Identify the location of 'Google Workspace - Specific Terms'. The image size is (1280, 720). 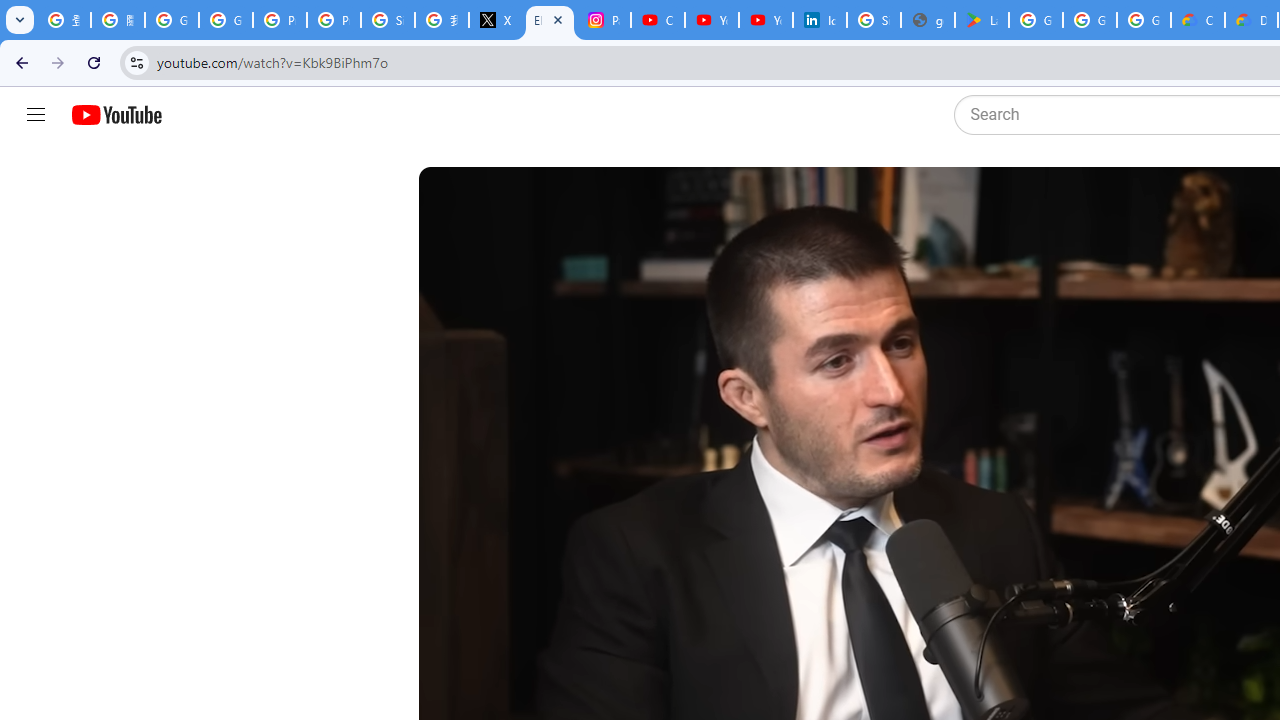
(1088, 20).